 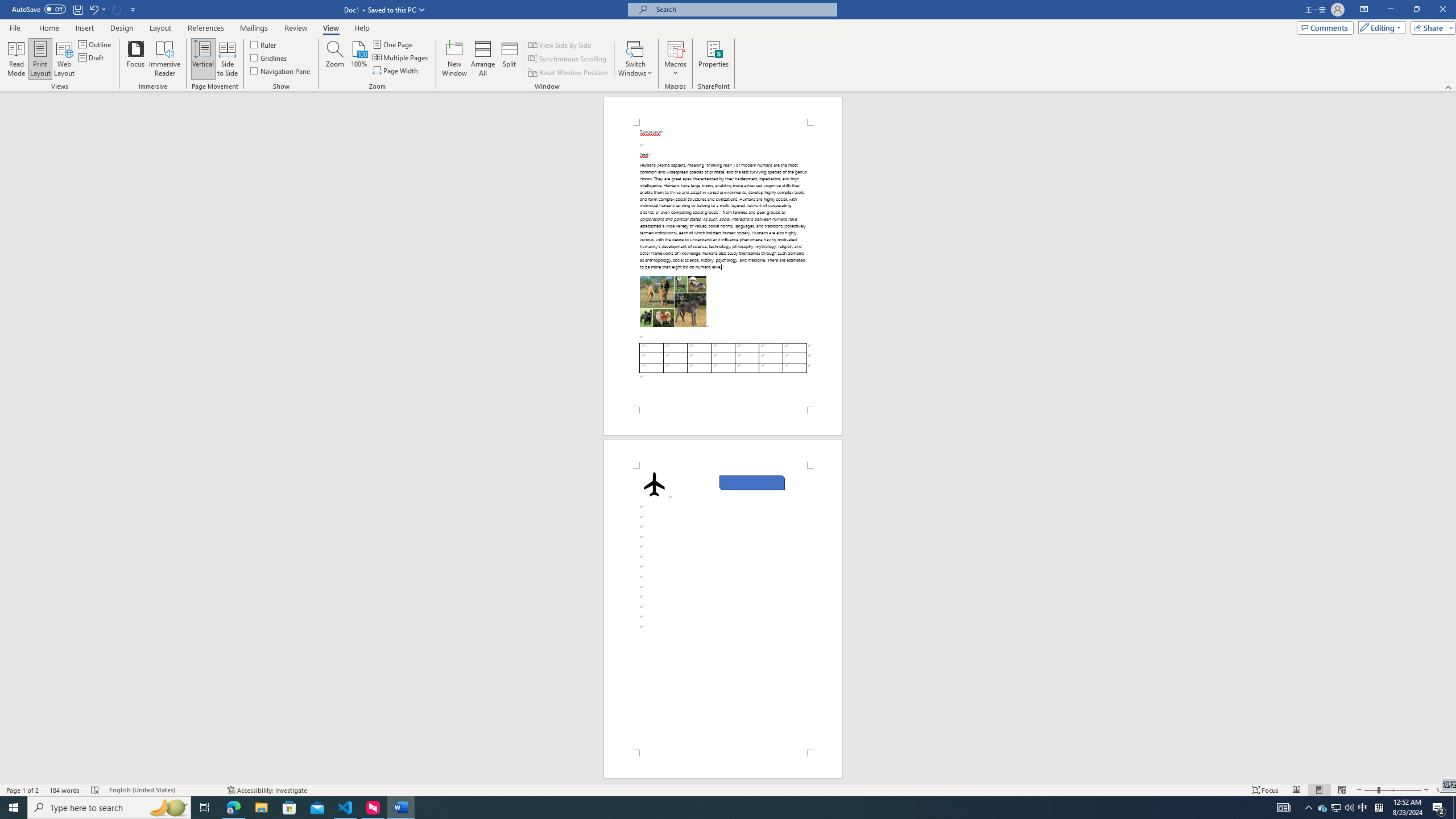 I want to click on 'Outline', so click(x=95, y=44).